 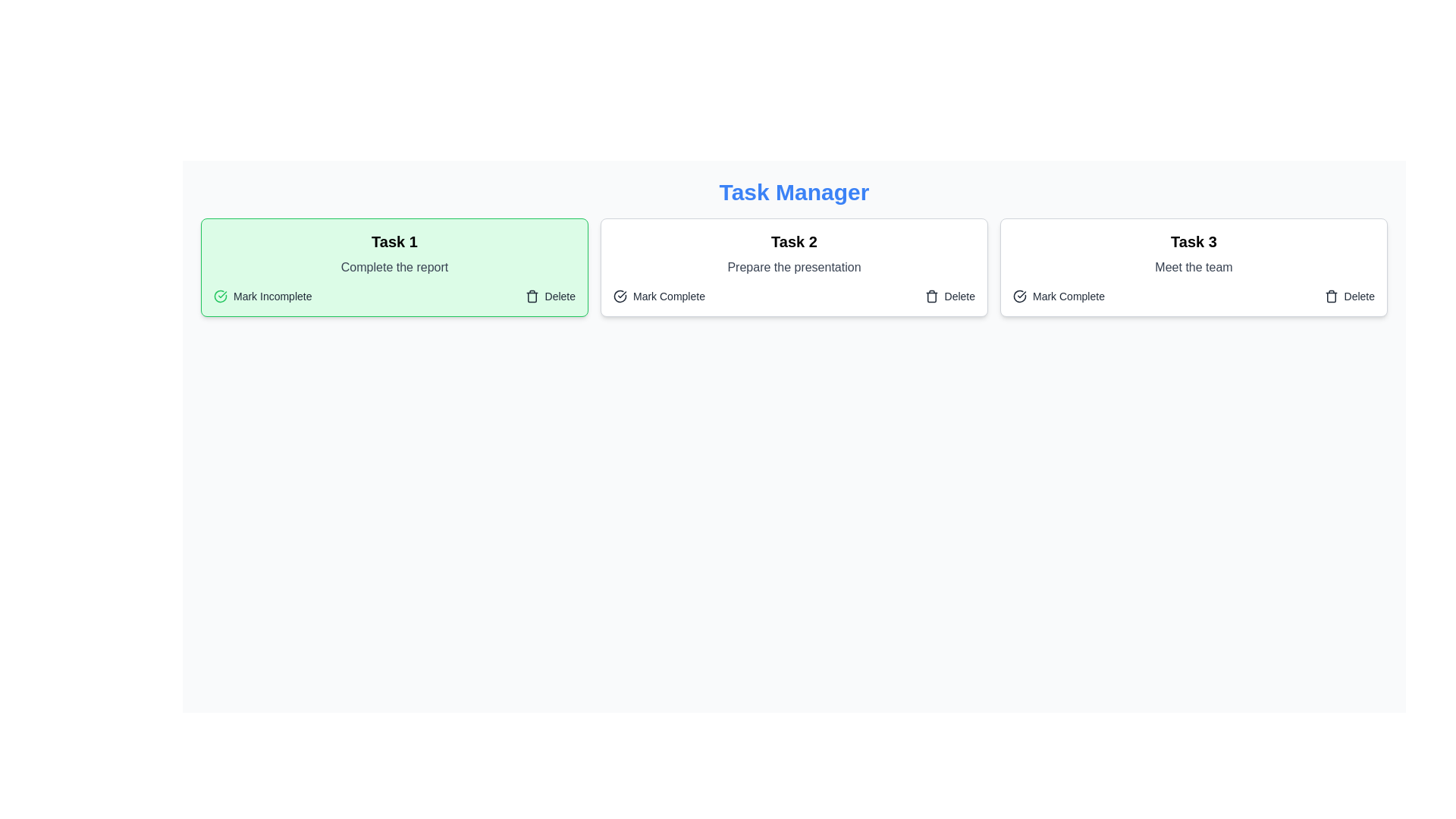 What do you see at coordinates (1330, 296) in the screenshot?
I see `the trash can icon located on the far-right side of the 'Task 3' card in the task manager interface` at bounding box center [1330, 296].